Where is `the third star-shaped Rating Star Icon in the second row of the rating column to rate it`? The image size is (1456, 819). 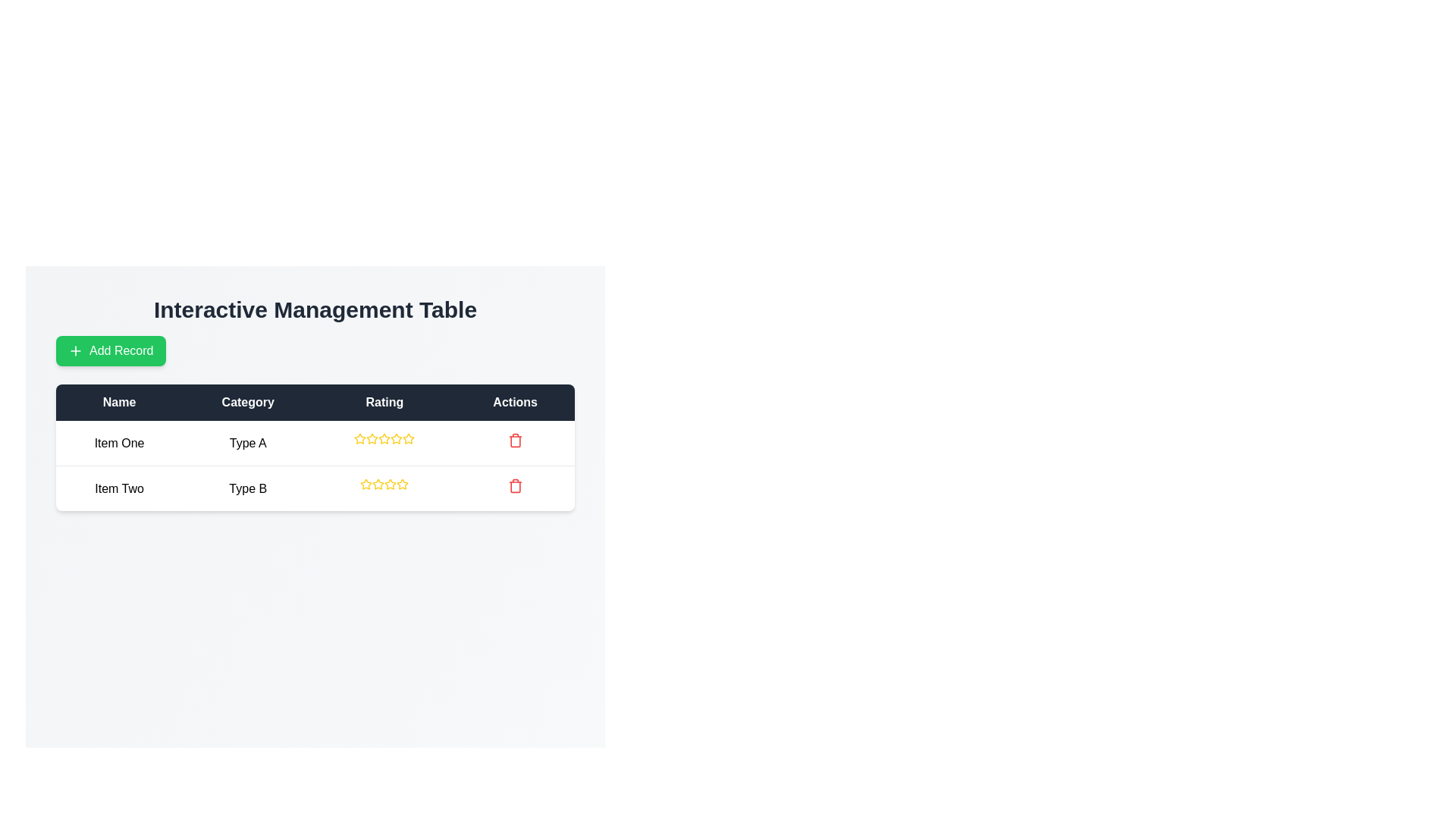 the third star-shaped Rating Star Icon in the second row of the rating column to rate it is located at coordinates (391, 484).